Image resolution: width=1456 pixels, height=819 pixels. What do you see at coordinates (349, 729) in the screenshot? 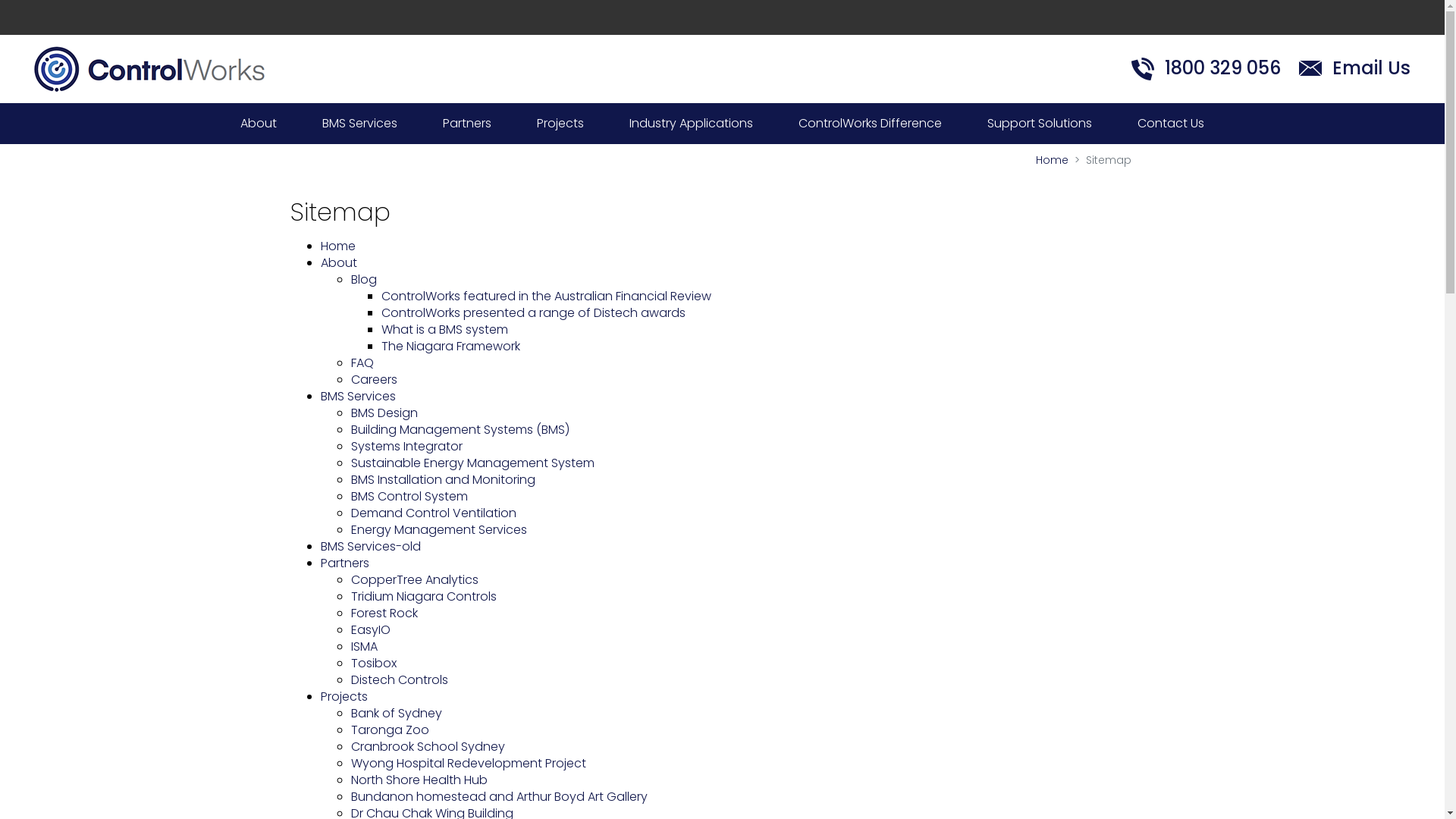
I see `'Taronga Zoo'` at bounding box center [349, 729].